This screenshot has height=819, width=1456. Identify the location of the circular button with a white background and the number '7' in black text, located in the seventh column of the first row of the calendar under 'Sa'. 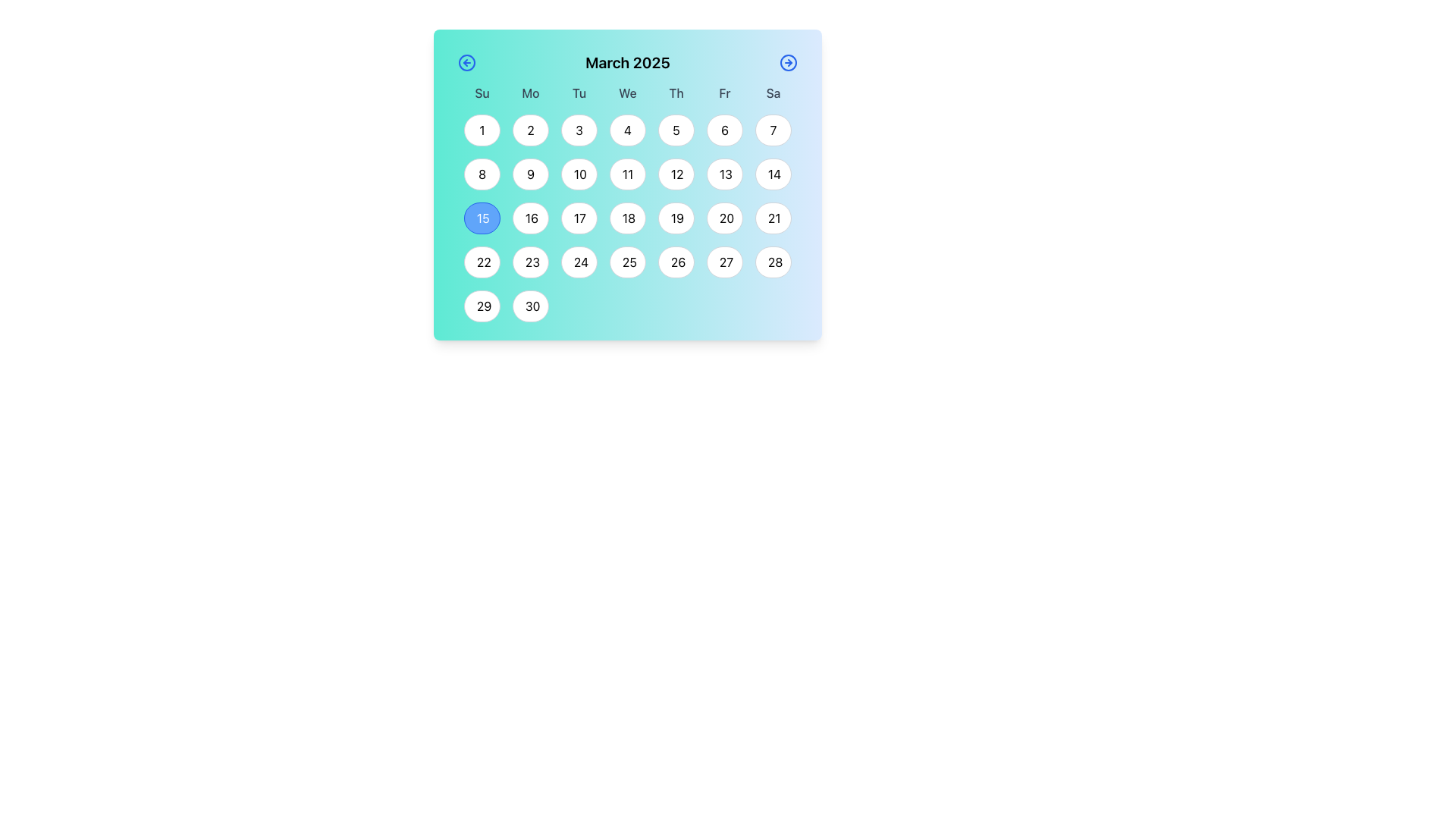
(773, 130).